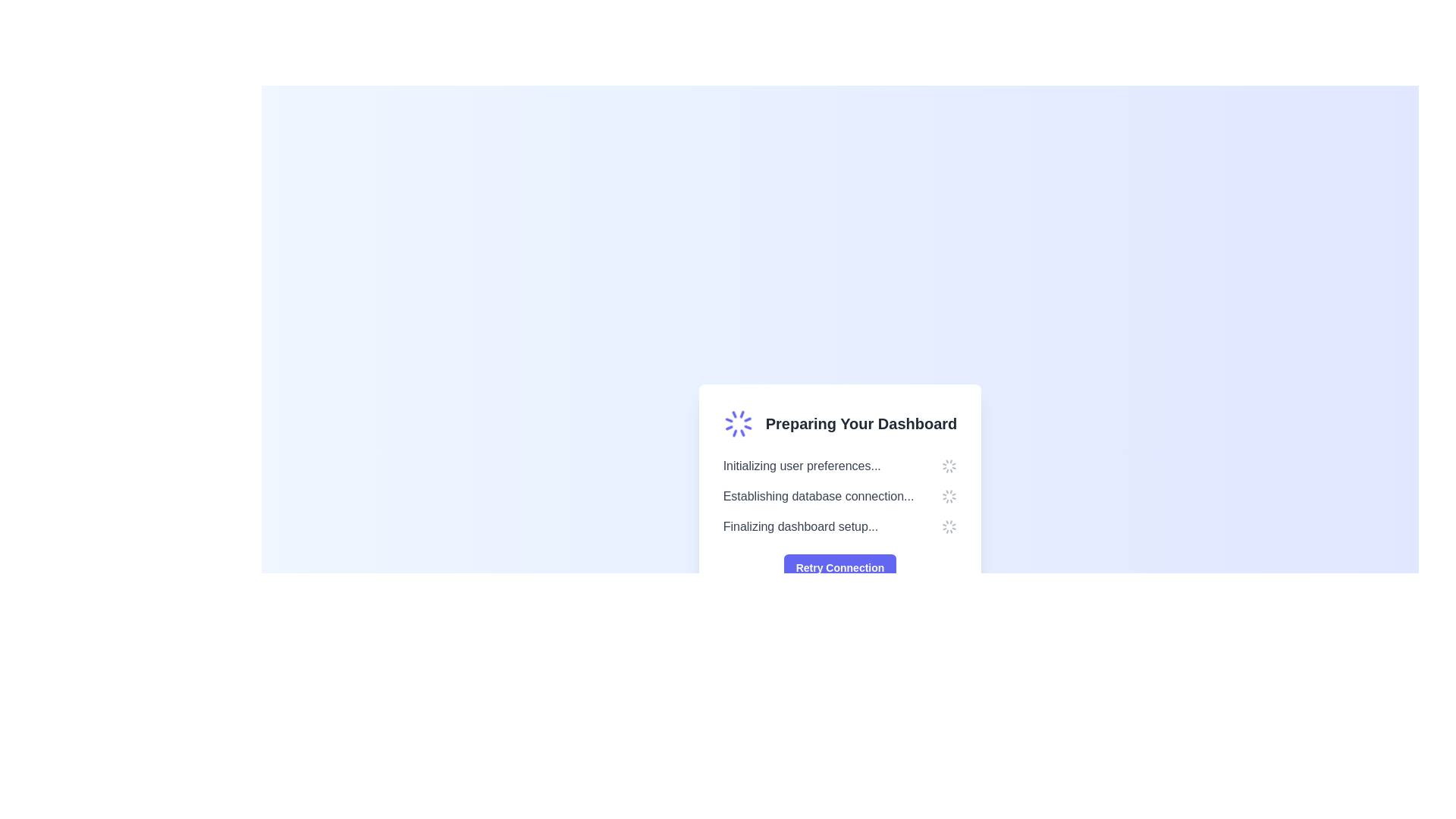 This screenshot has height=819, width=1456. What do you see at coordinates (839, 497) in the screenshot?
I see `the text-based status indicator displaying three lines of text with a spinning loader icon` at bounding box center [839, 497].